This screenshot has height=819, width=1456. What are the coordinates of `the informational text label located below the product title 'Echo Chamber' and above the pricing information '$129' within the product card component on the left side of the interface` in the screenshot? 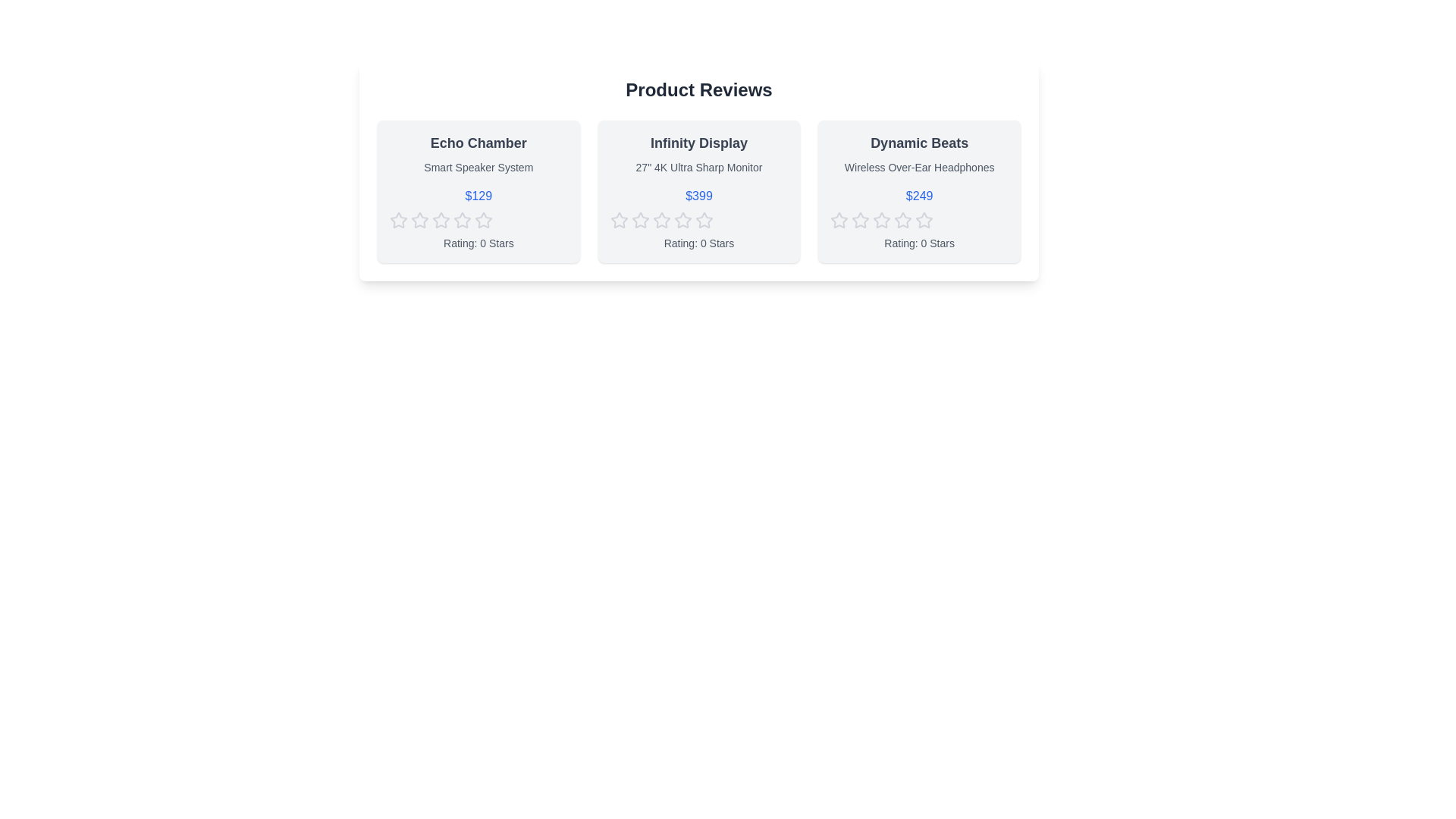 It's located at (478, 167).